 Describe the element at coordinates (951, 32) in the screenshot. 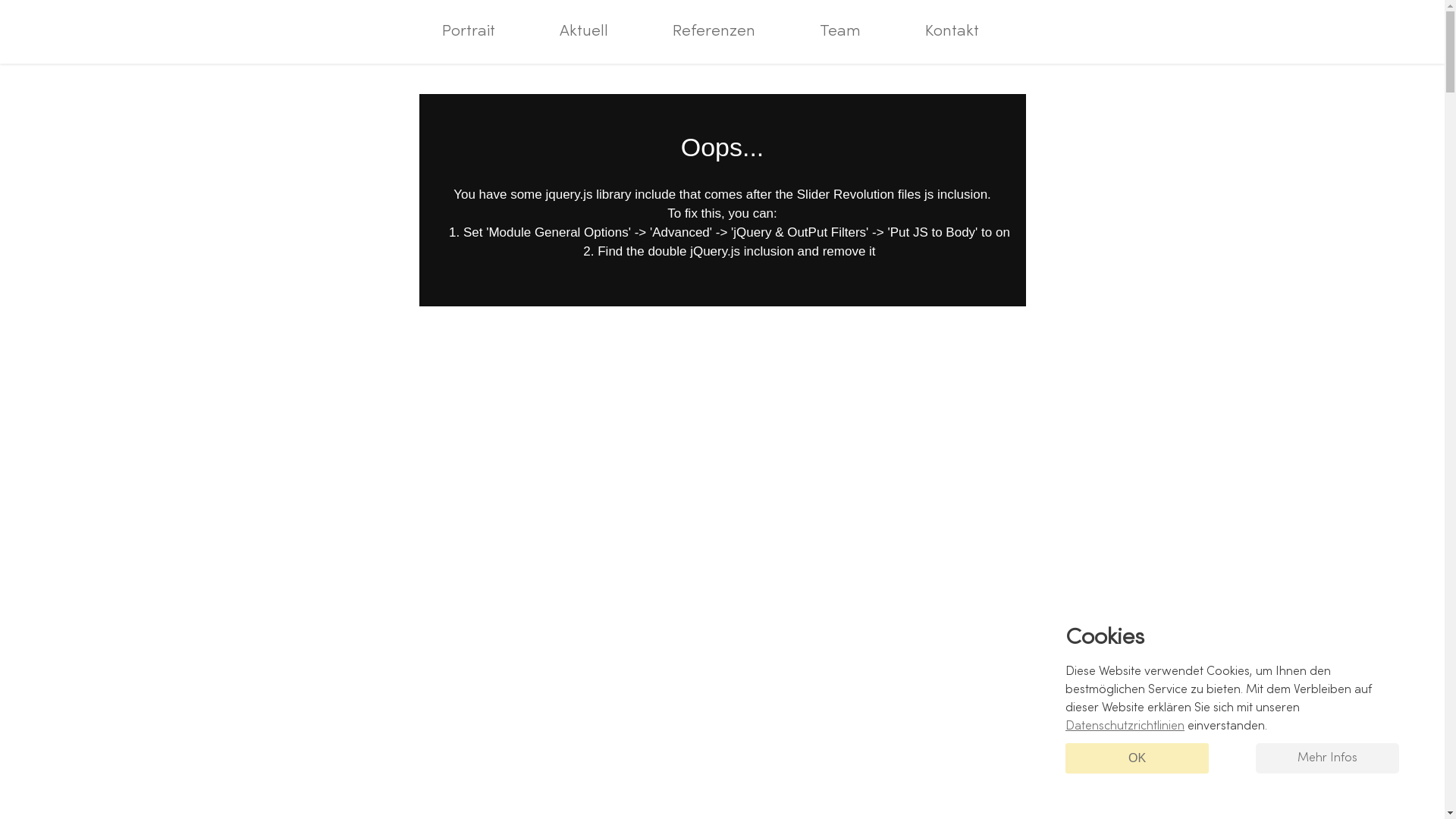

I see `'Kontakt'` at that location.